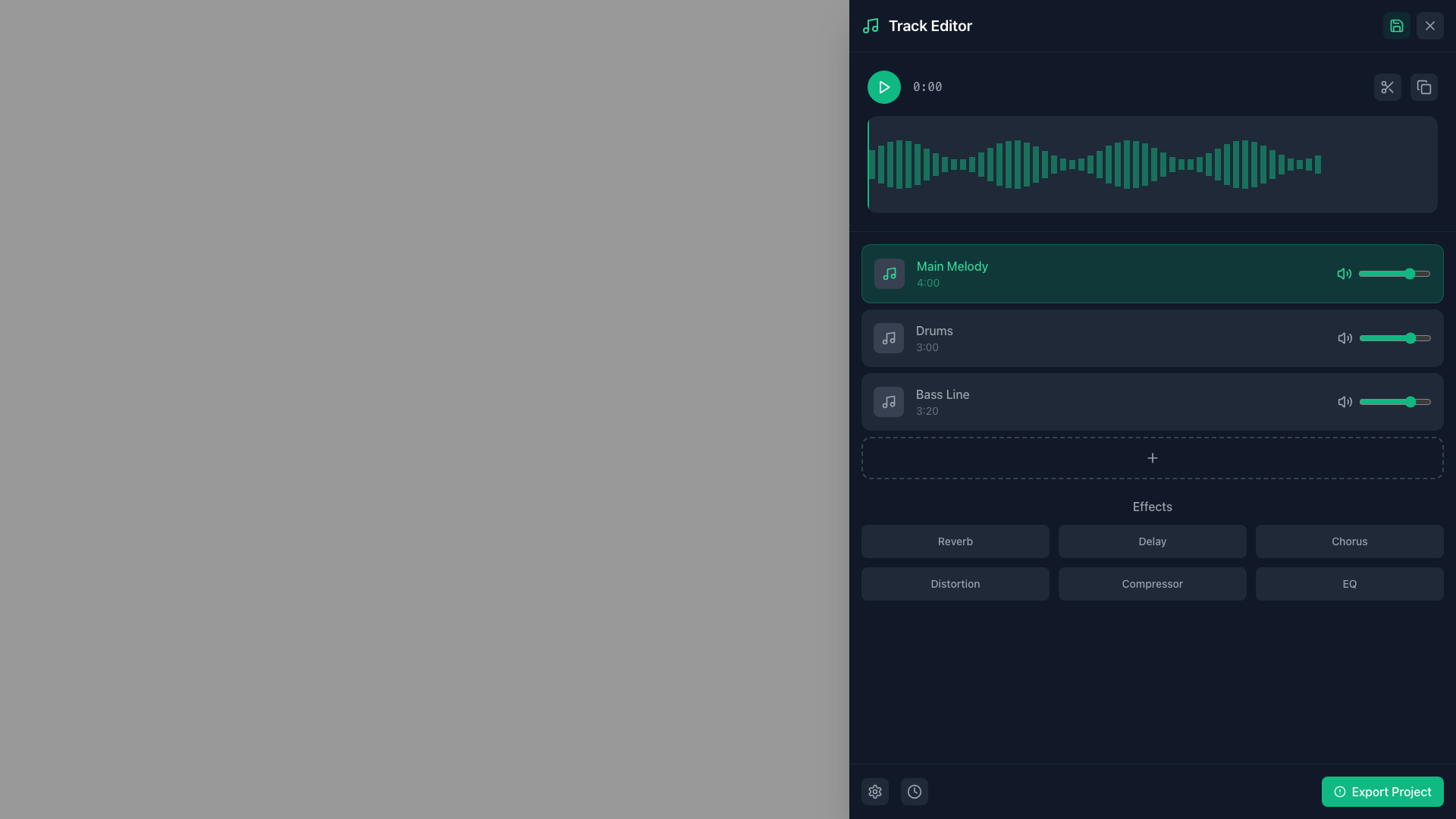  What do you see at coordinates (1218, 164) in the screenshot?
I see `the 46th green vertical Waveform bar segment in the waveform visualization, which is located in the top section of the interface above the track list` at bounding box center [1218, 164].